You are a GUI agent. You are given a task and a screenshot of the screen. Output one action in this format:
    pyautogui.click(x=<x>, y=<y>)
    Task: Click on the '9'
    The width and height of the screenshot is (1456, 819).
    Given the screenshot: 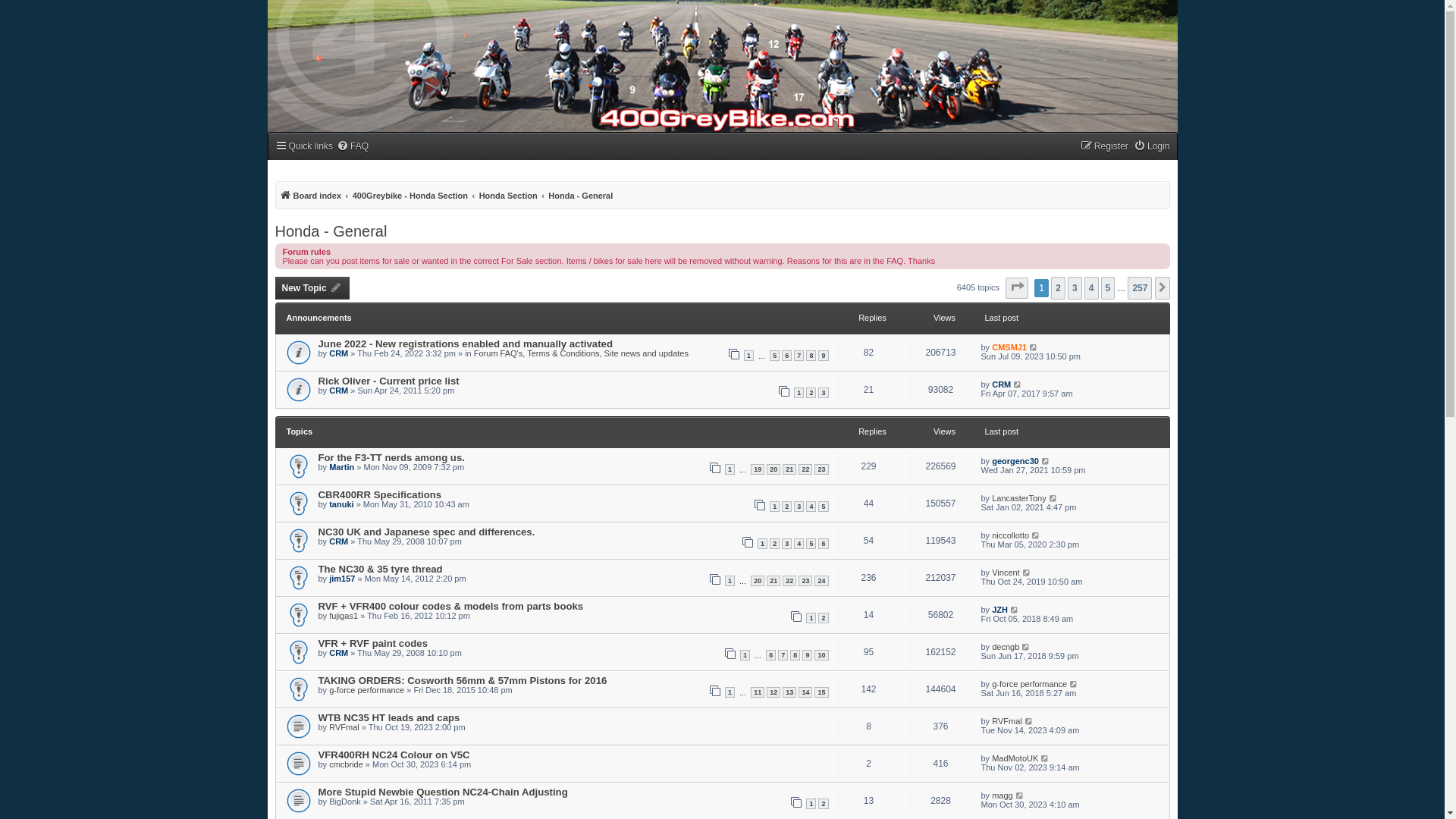 What is the action you would take?
    pyautogui.click(x=806, y=654)
    